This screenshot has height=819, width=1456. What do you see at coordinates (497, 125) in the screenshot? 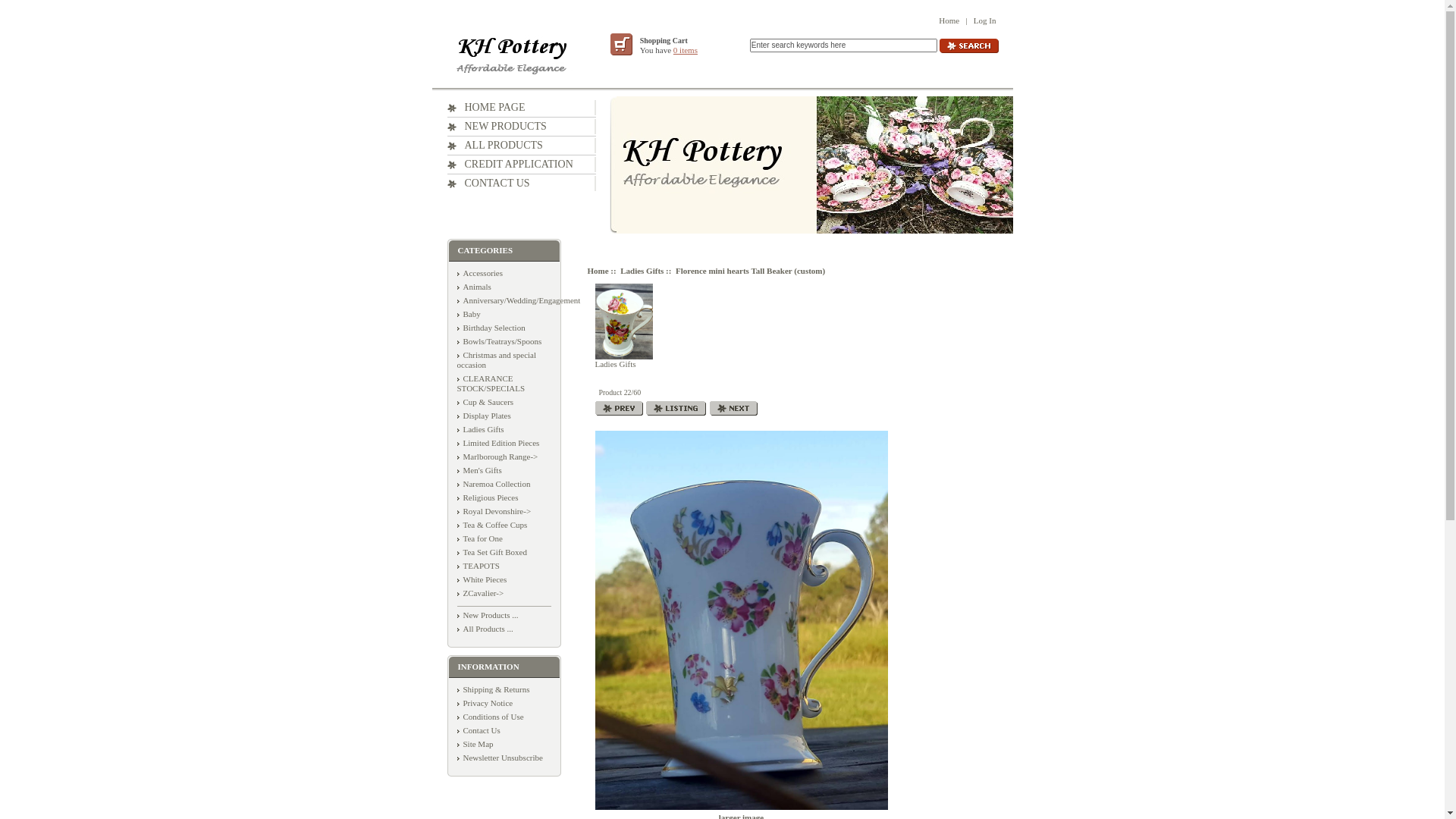
I see `'NEW PRODUCTS'` at bounding box center [497, 125].